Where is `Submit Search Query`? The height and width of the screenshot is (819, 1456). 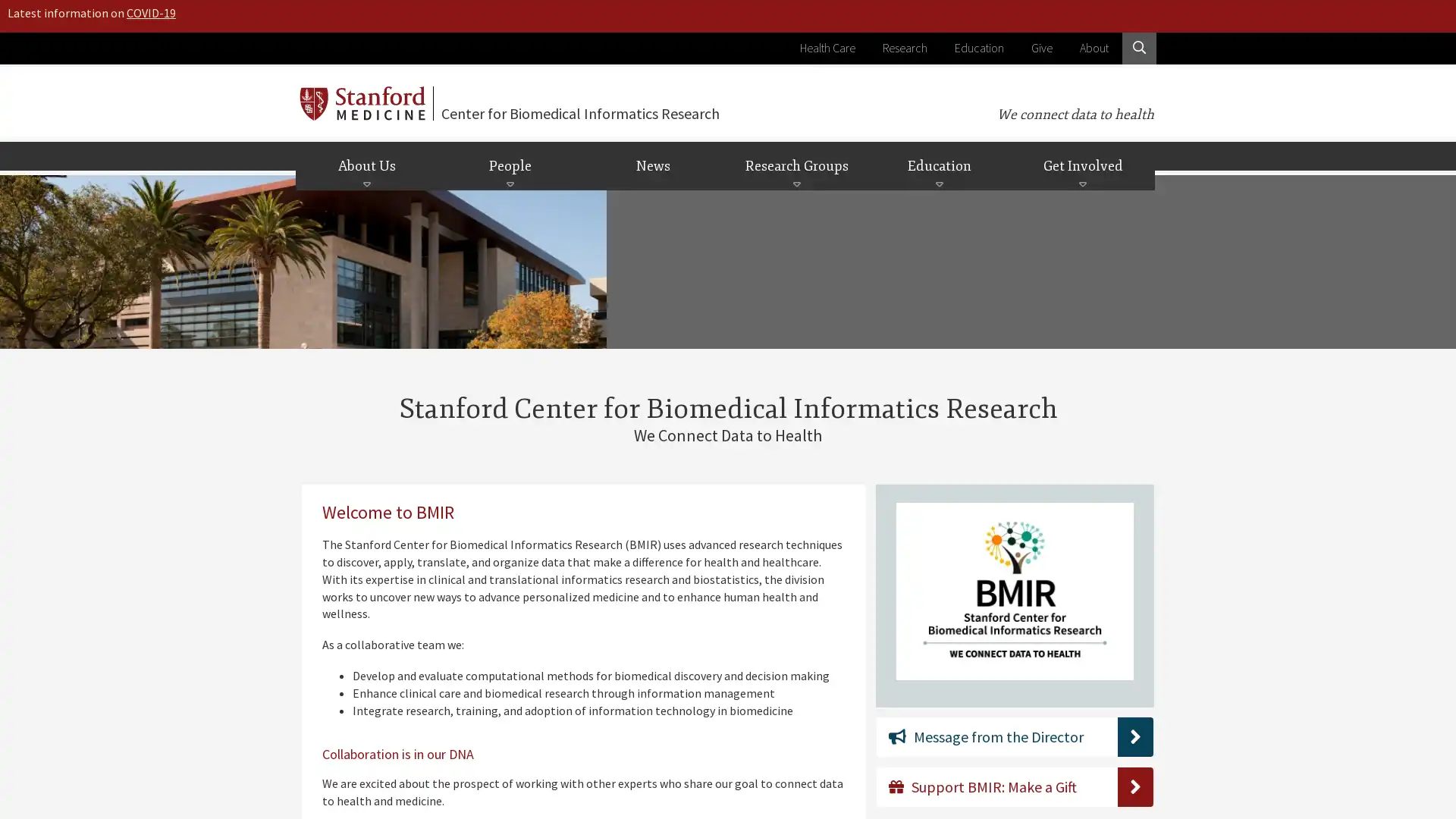
Submit Search Query is located at coordinates (1121, 141).